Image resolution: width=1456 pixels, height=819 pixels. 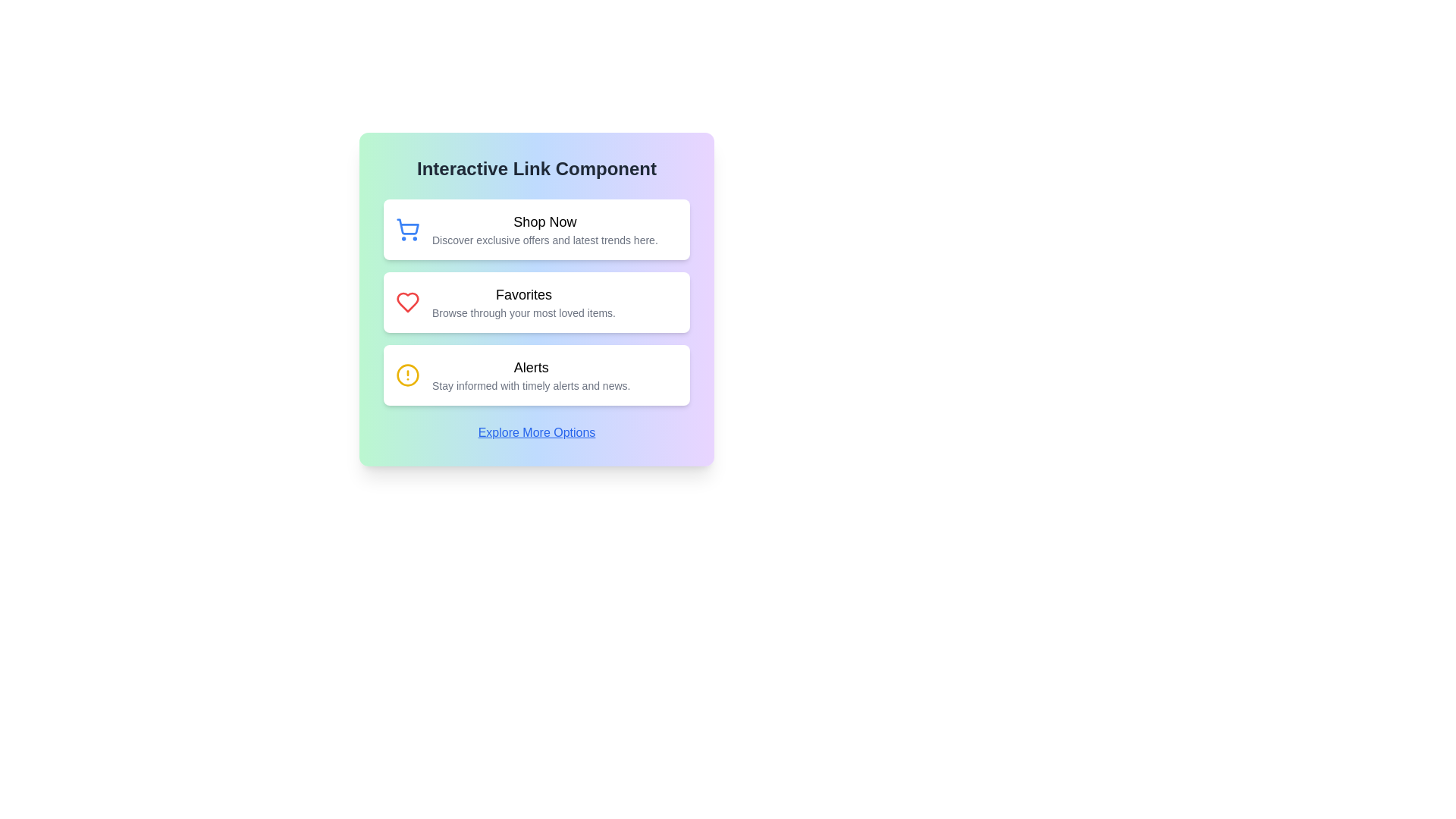 What do you see at coordinates (537, 375) in the screenshot?
I see `the clickable link styled as a card component that provides navigational functionality` at bounding box center [537, 375].